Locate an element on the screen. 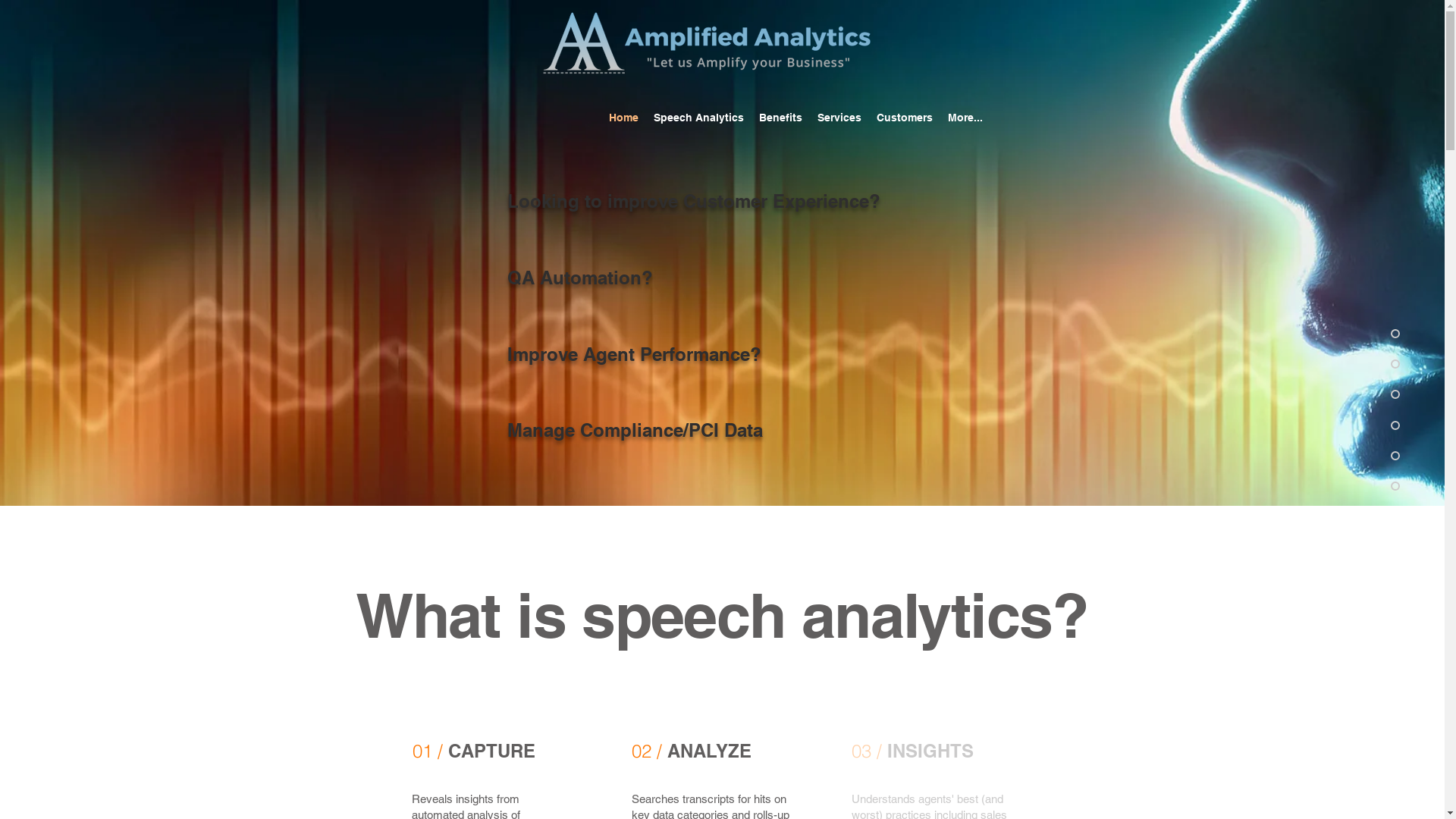 The height and width of the screenshot is (819, 1456). 'Home' is located at coordinates (623, 116).